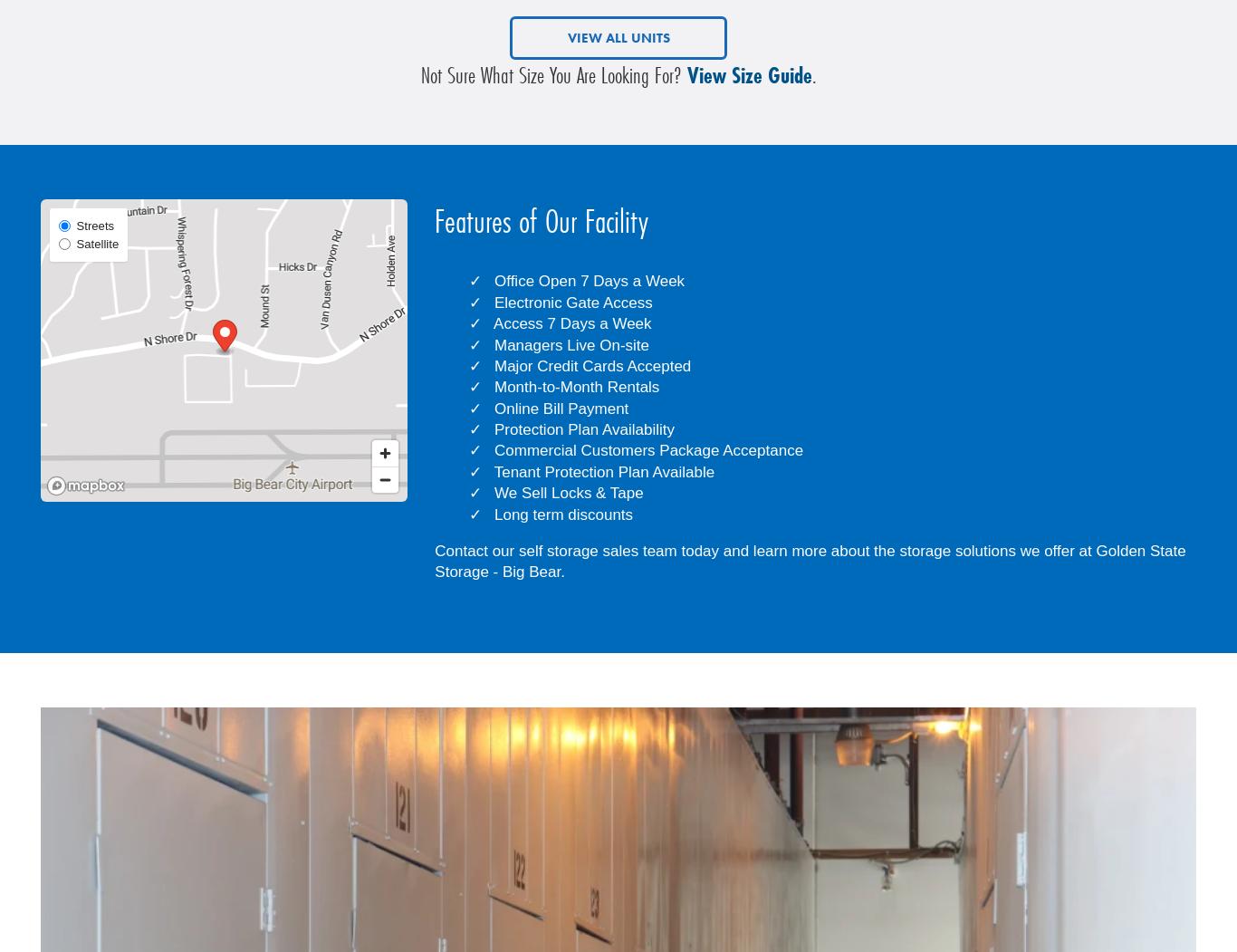 This screenshot has height=952, width=1237. I want to click on 'Electronic Gate Access', so click(494, 302).